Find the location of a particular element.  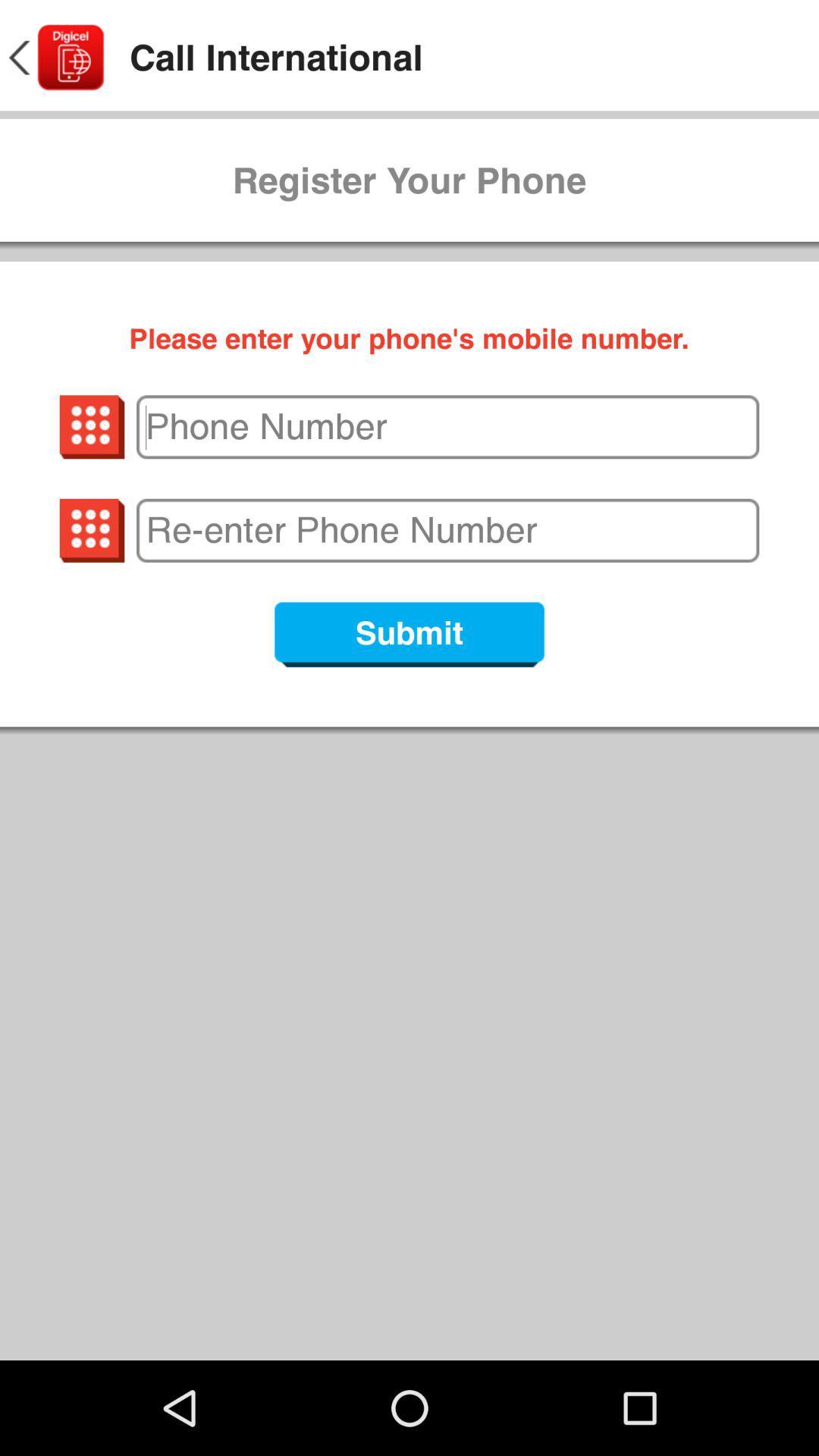

field to re-enter phone number is located at coordinates (447, 530).